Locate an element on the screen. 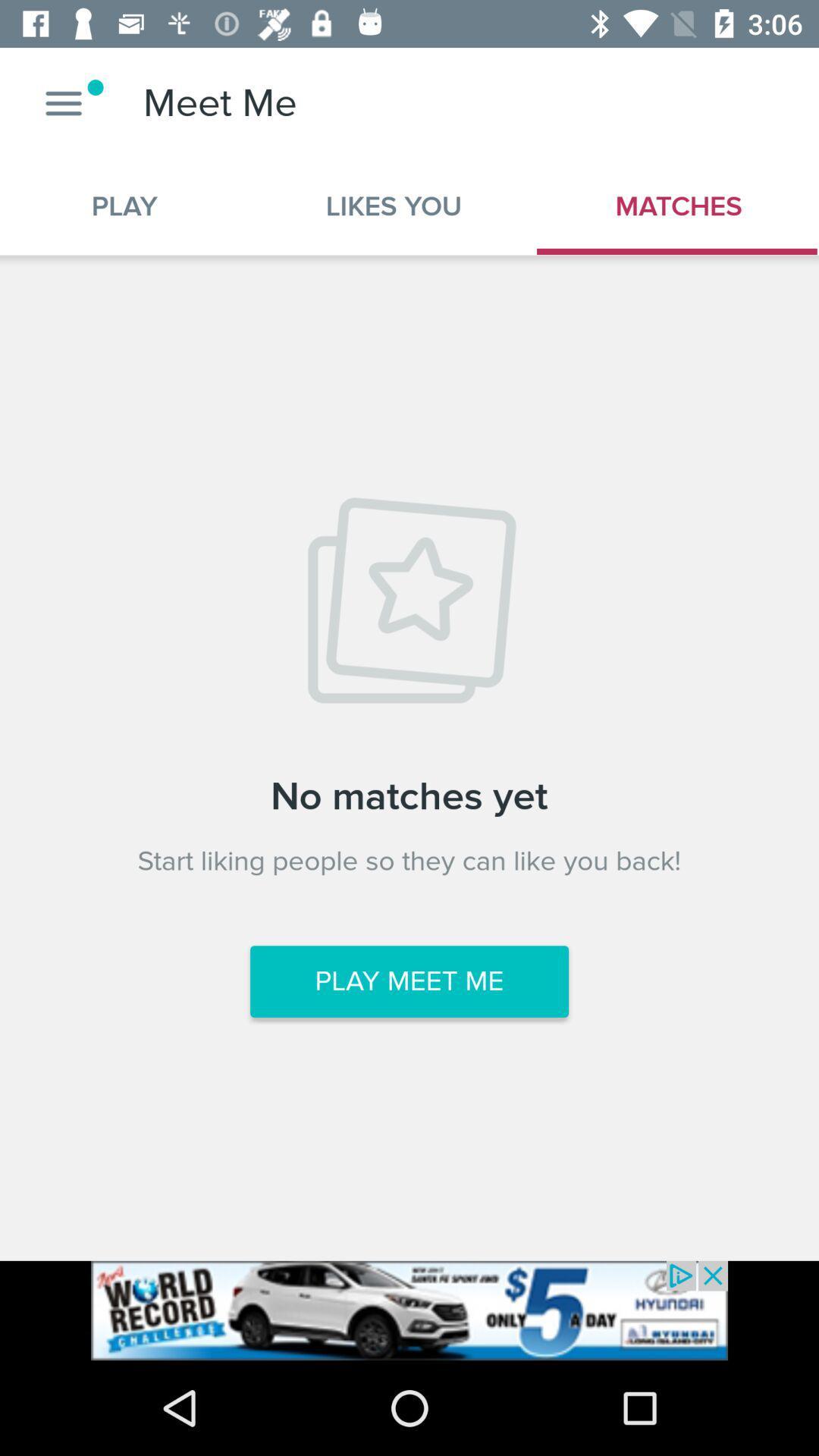  advertisement is located at coordinates (409, 1310).